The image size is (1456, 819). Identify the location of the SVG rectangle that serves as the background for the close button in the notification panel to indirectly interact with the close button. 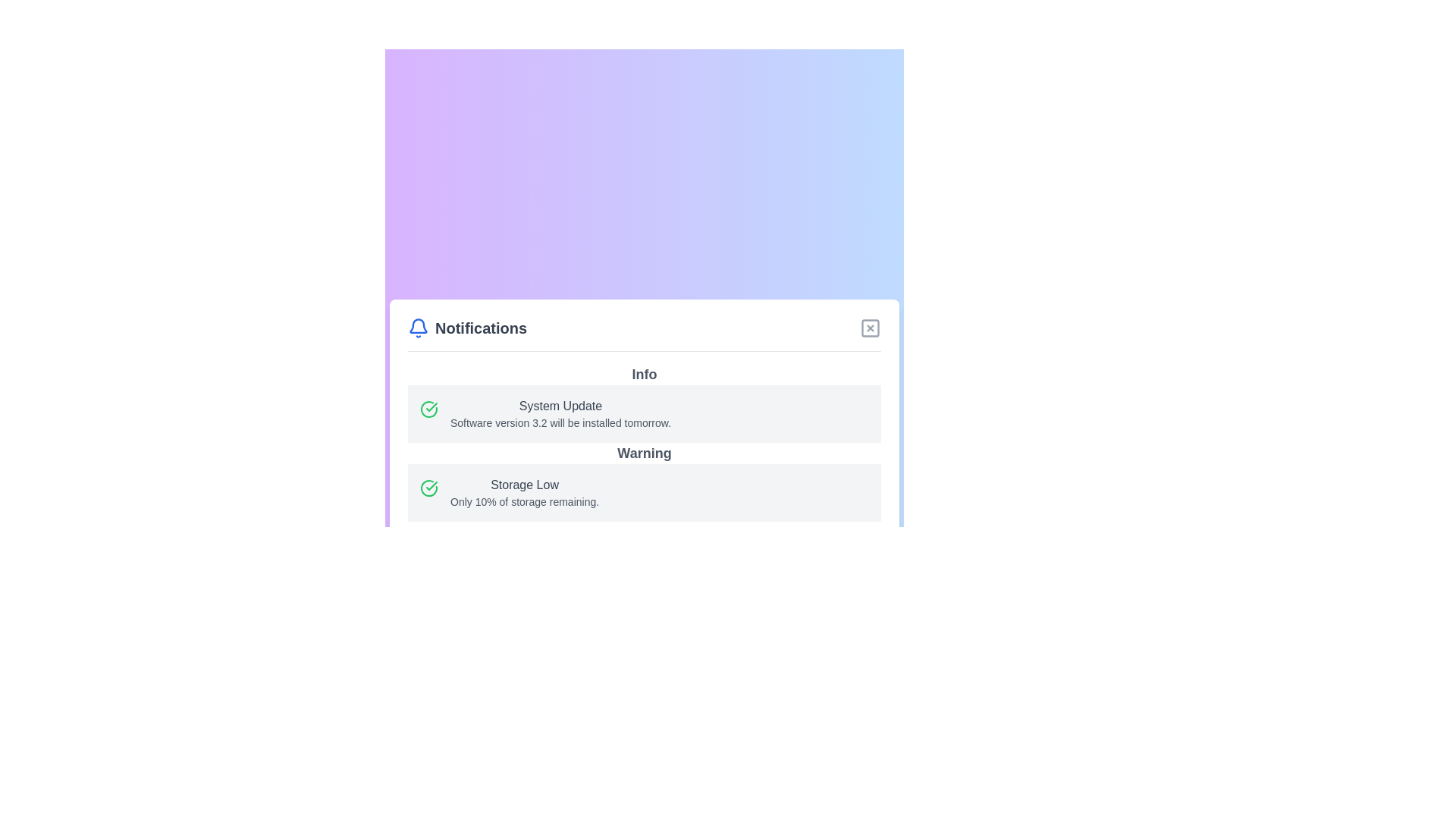
(870, 327).